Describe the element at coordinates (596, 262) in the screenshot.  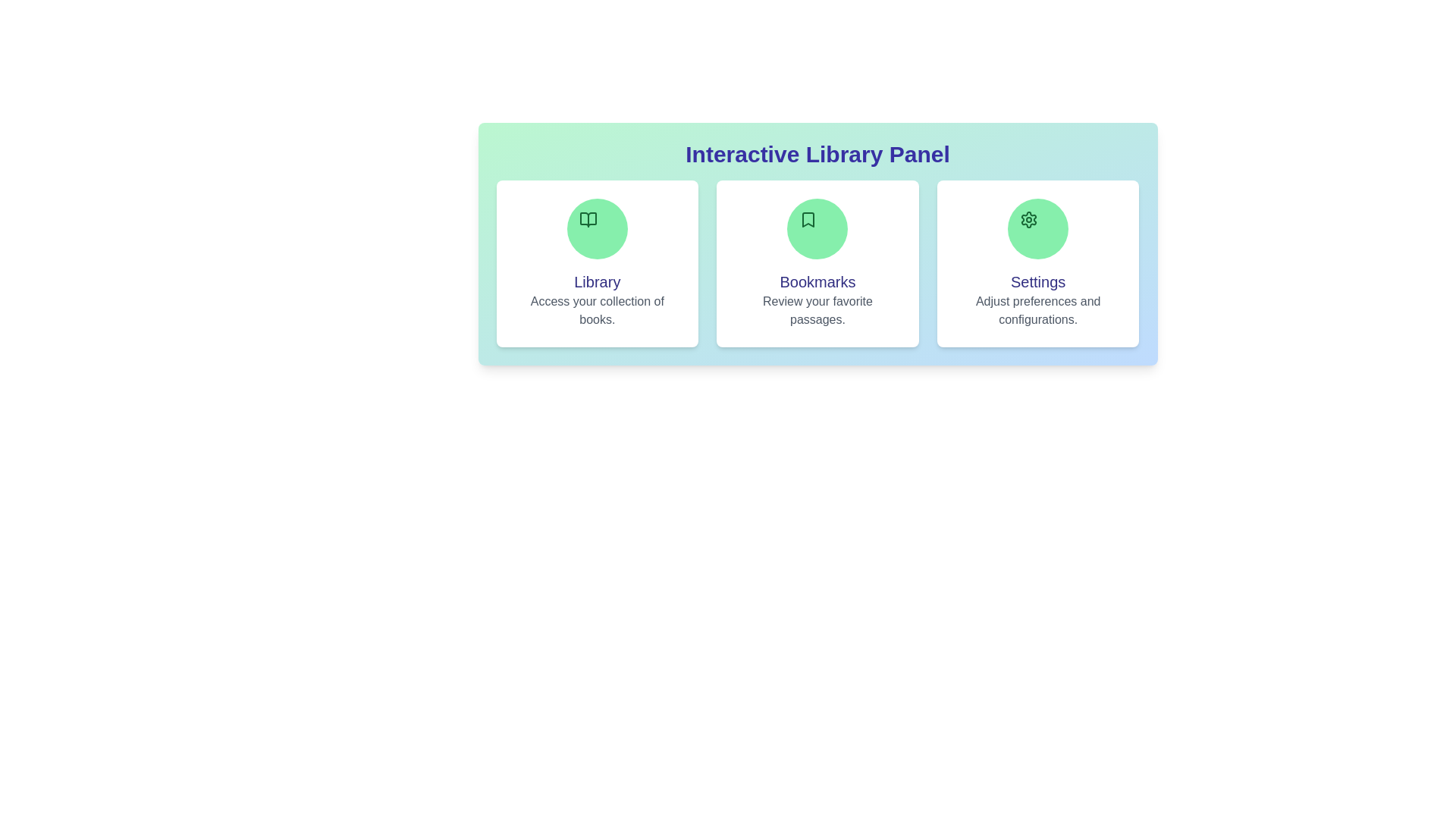
I see `the Library section to see its hover effect` at that location.